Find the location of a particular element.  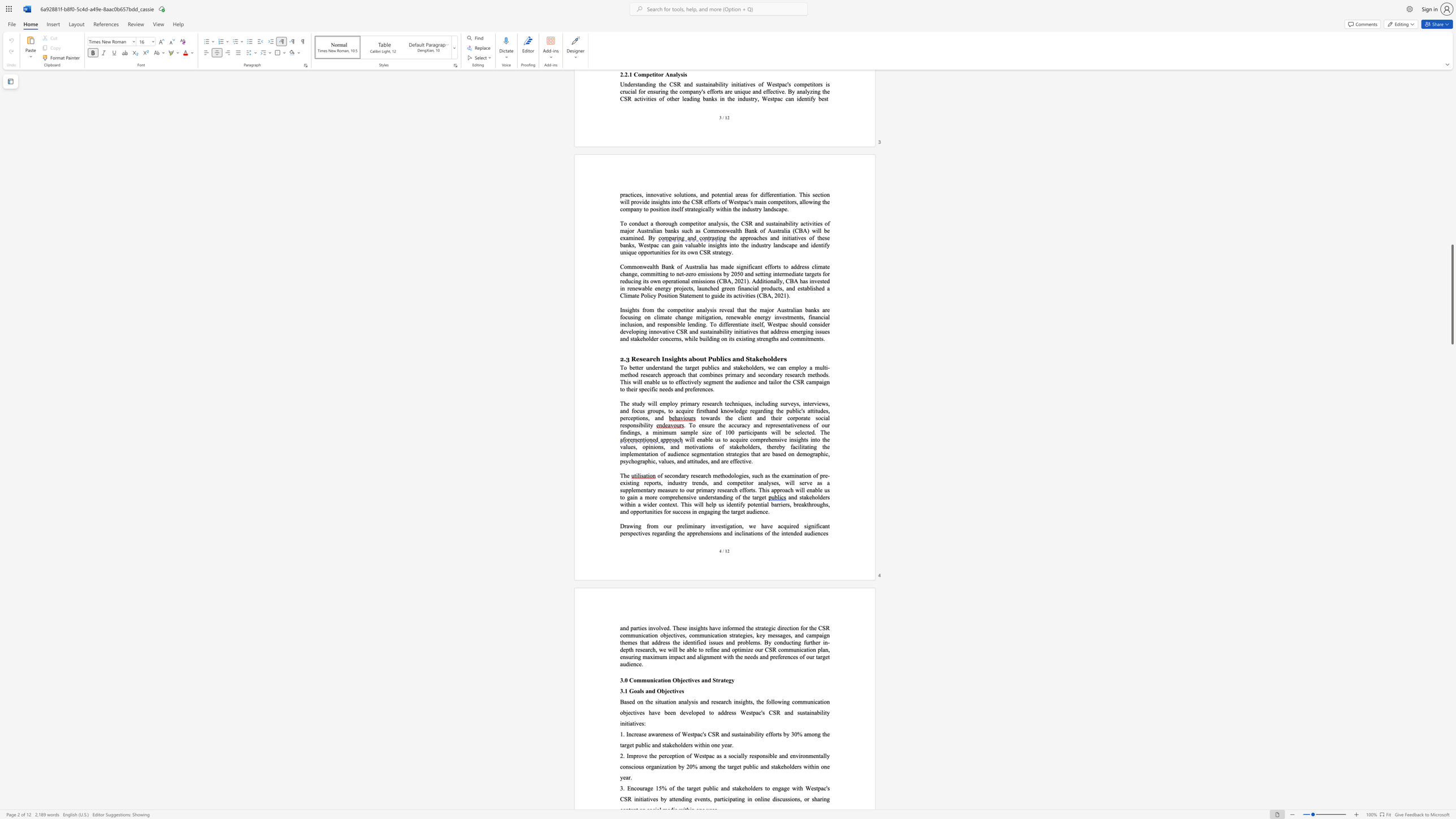

the subset text "will enable us" within the text "will enable us to" is located at coordinates (685, 439).